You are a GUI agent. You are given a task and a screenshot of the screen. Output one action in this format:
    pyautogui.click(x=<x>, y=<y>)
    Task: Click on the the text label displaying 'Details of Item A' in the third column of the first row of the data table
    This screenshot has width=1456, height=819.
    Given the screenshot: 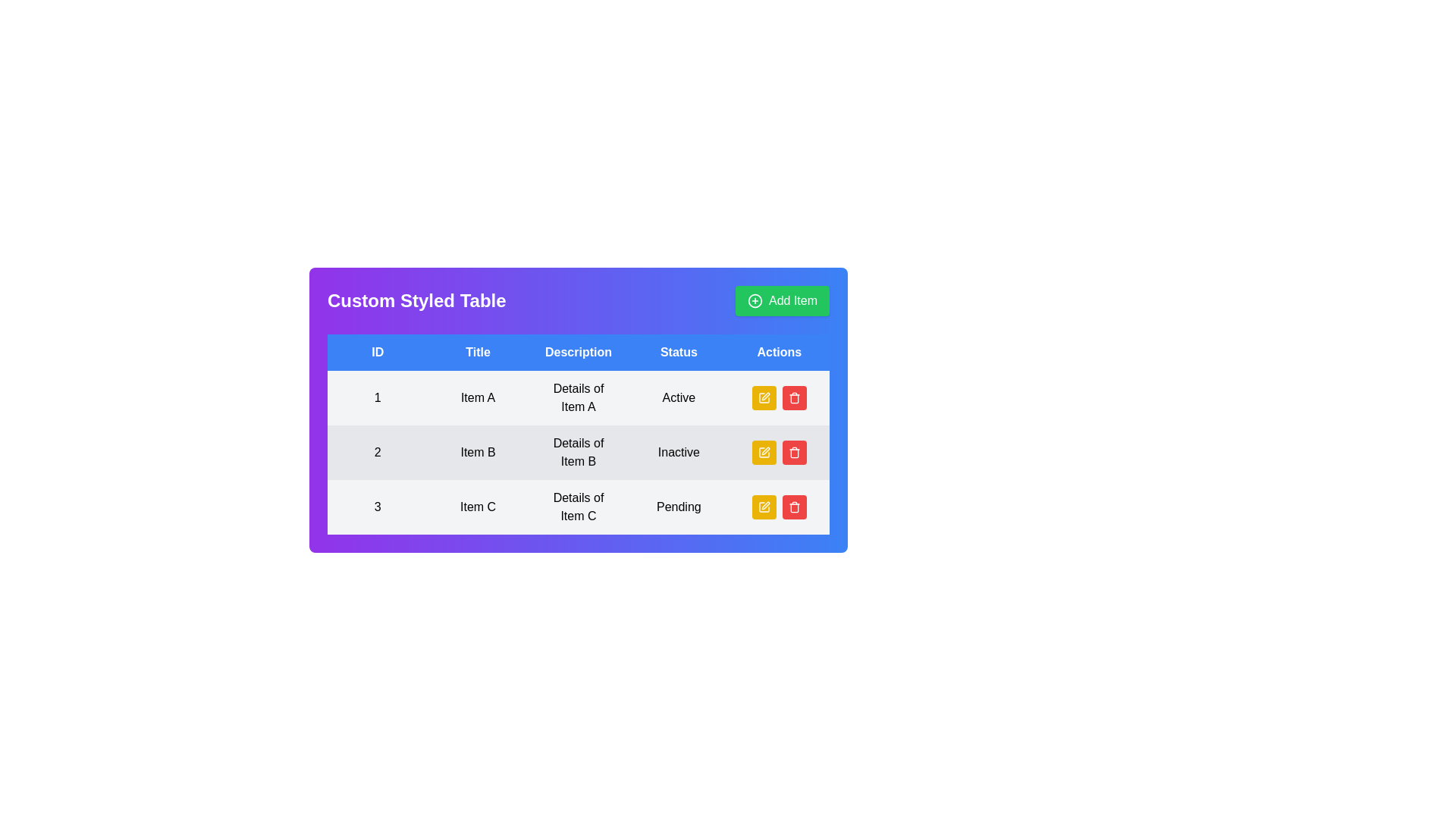 What is the action you would take?
    pyautogui.click(x=578, y=397)
    